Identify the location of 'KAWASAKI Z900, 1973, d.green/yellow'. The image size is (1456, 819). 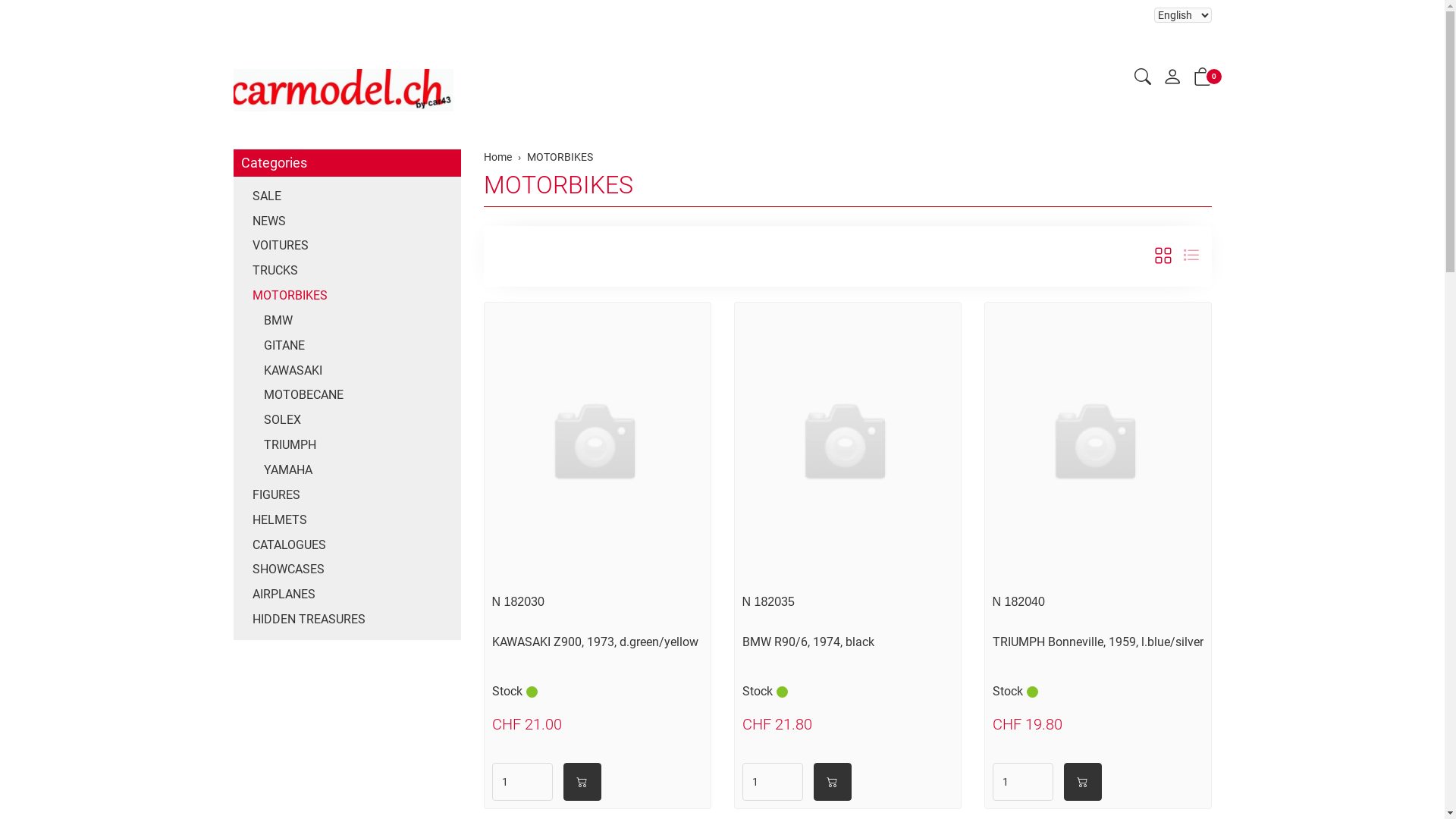
(593, 642).